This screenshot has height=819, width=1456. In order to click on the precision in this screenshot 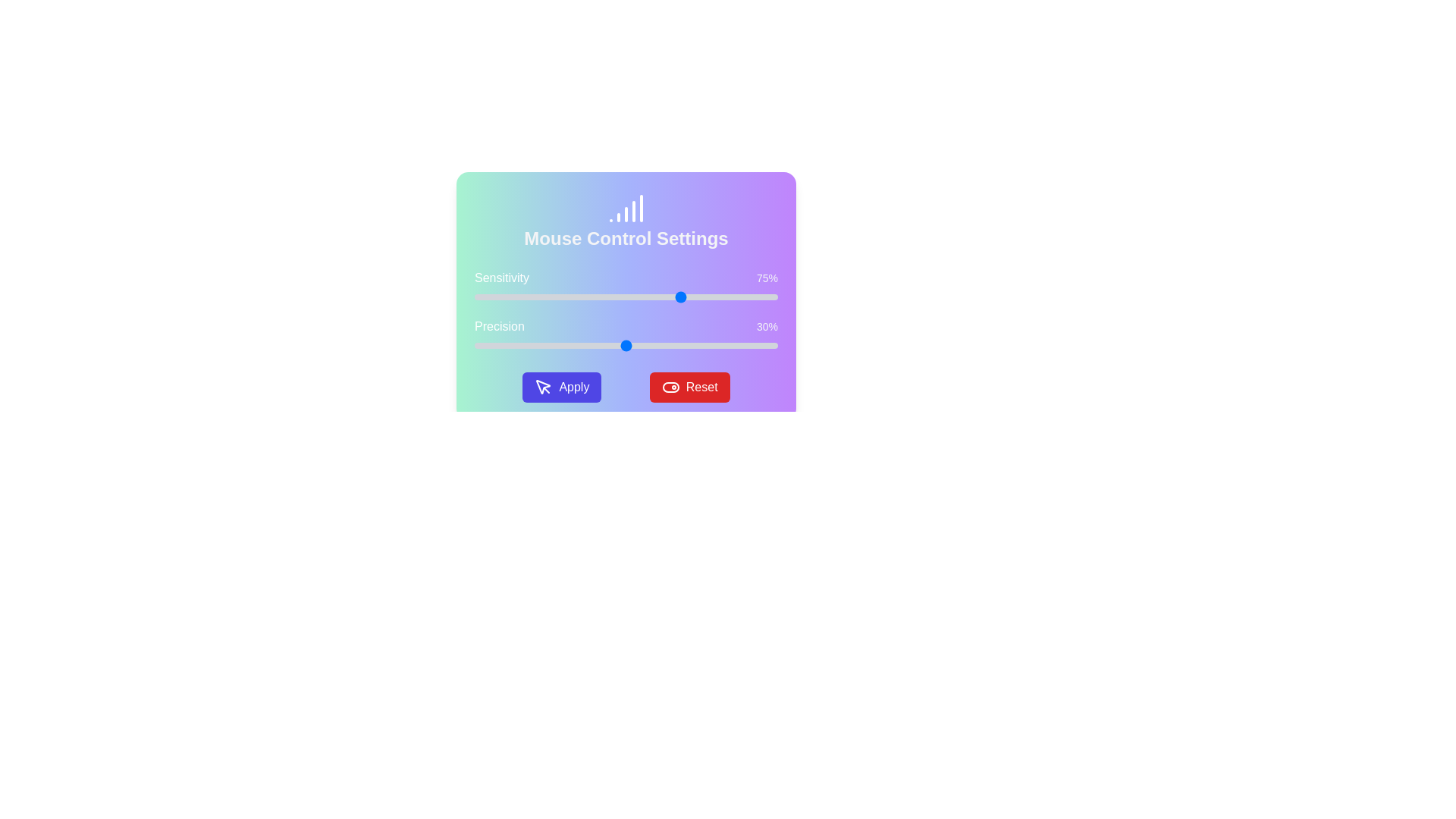, I will do `click(626, 345)`.